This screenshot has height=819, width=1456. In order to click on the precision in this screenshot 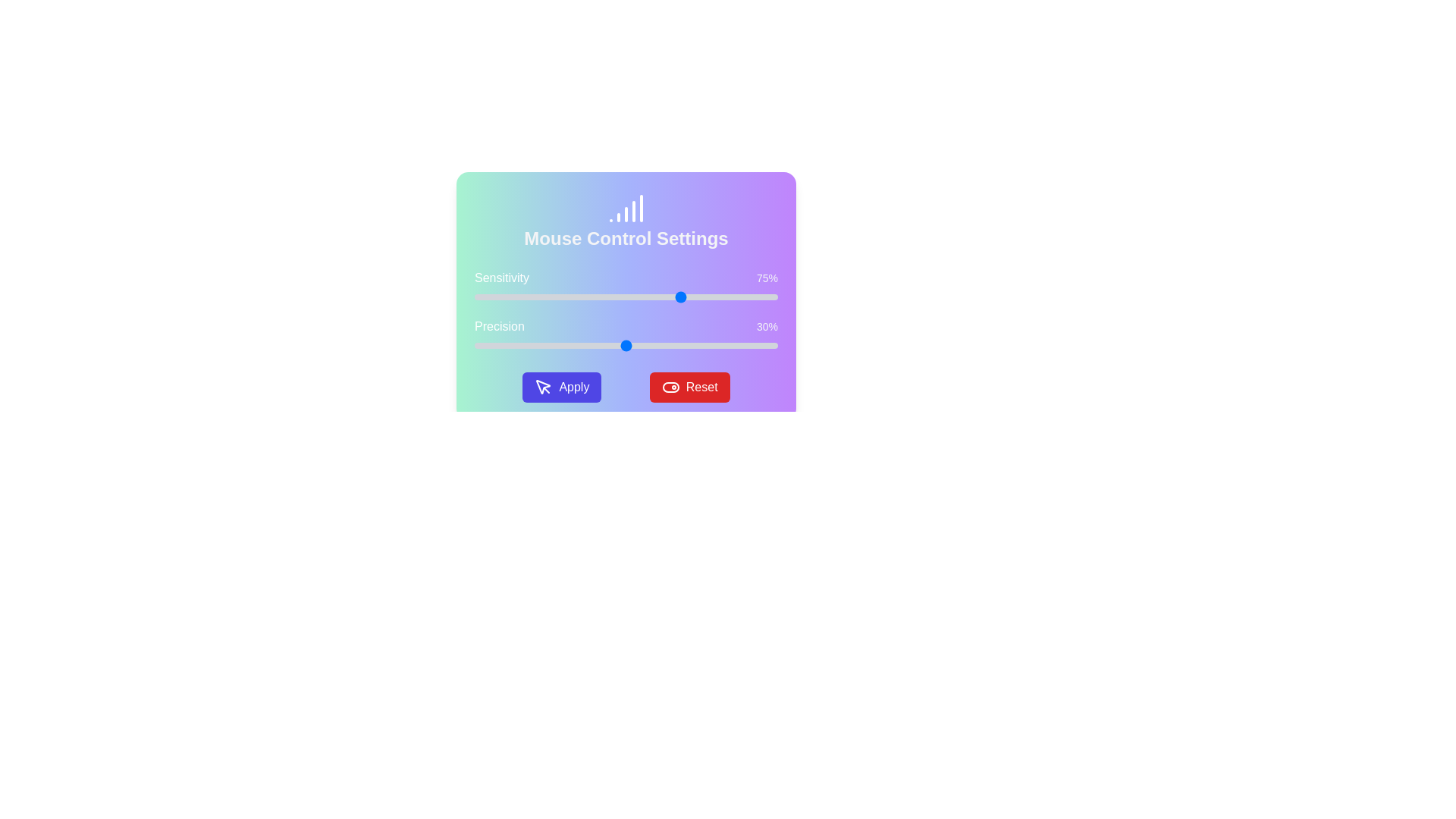, I will do `click(626, 345)`.